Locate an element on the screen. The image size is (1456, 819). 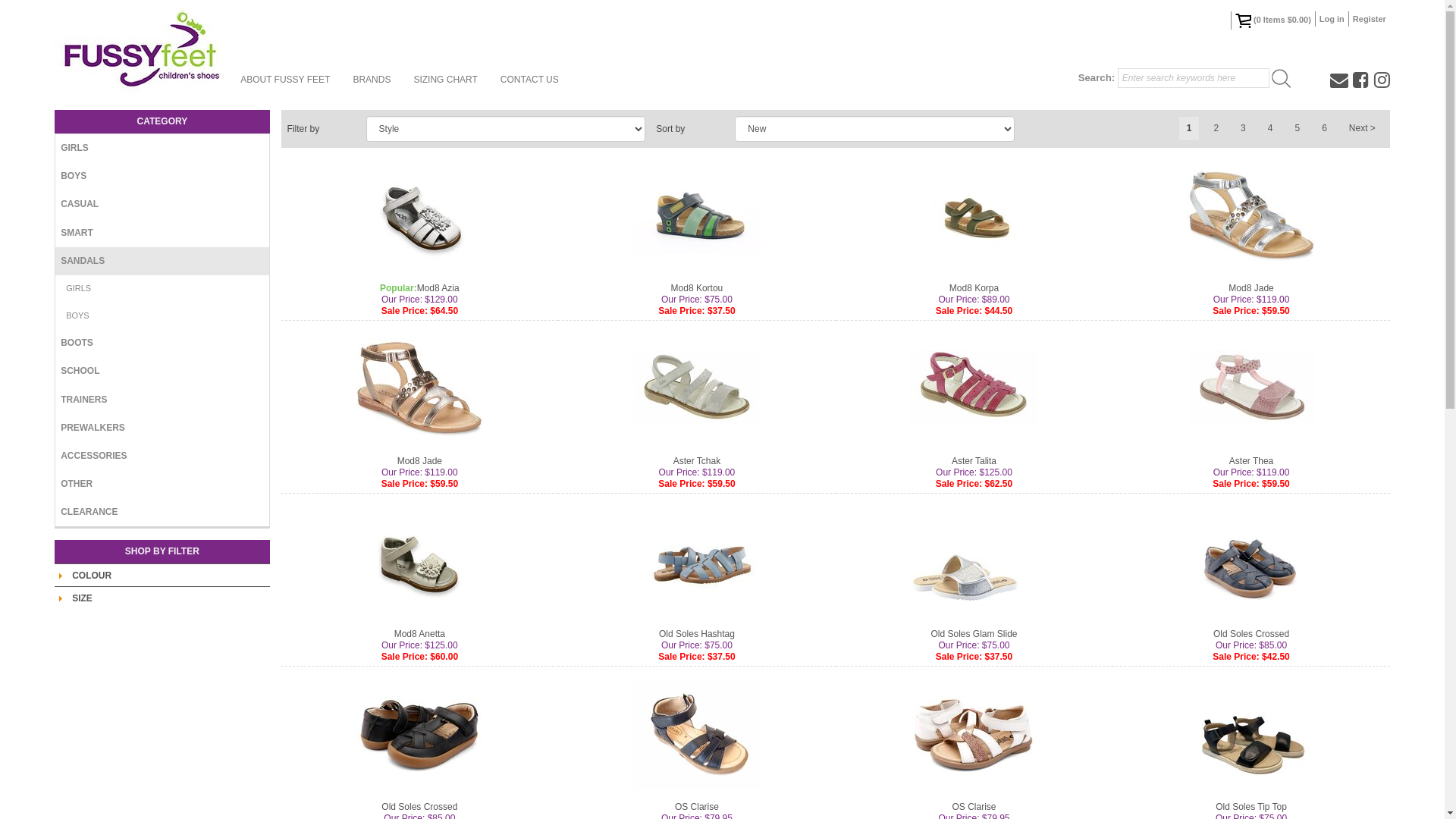
'Old Soles Glam Slide-sandals-Fussy Feet - Childrens Shoes' is located at coordinates (973, 561).